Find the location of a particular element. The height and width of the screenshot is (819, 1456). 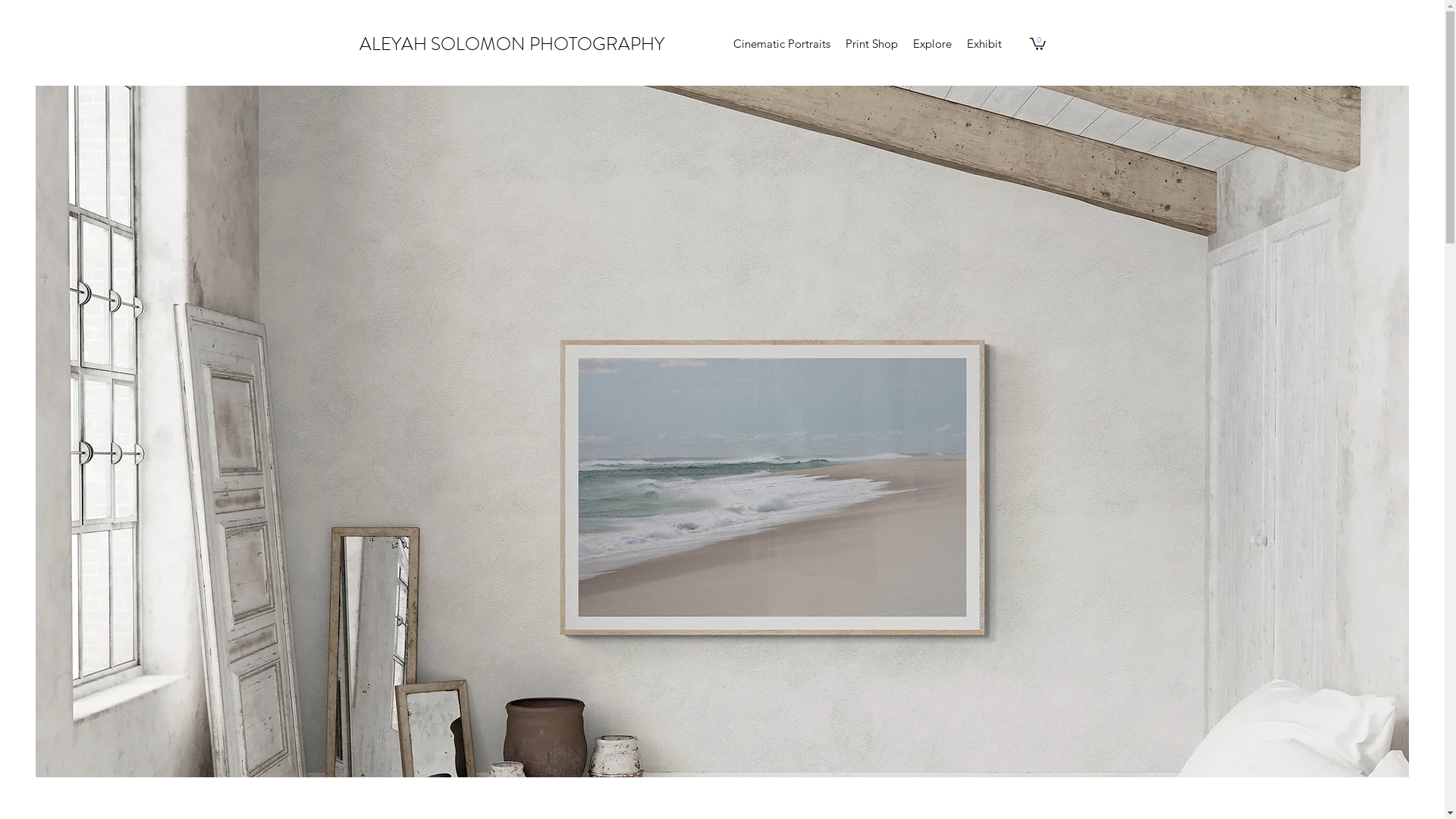

'Print Shop' is located at coordinates (871, 42).